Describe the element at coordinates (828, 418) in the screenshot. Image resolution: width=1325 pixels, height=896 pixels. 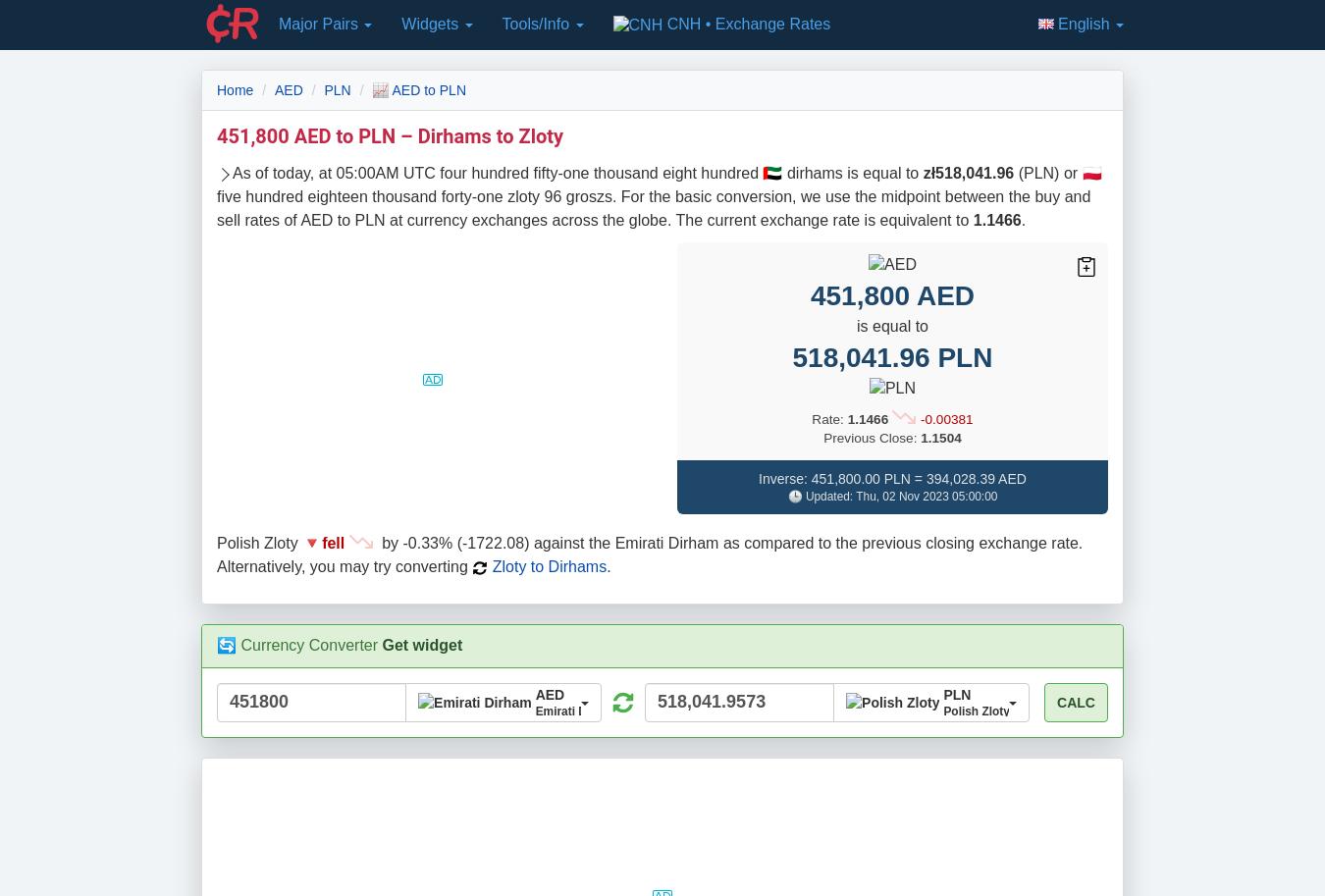
I see `'Rate:'` at that location.